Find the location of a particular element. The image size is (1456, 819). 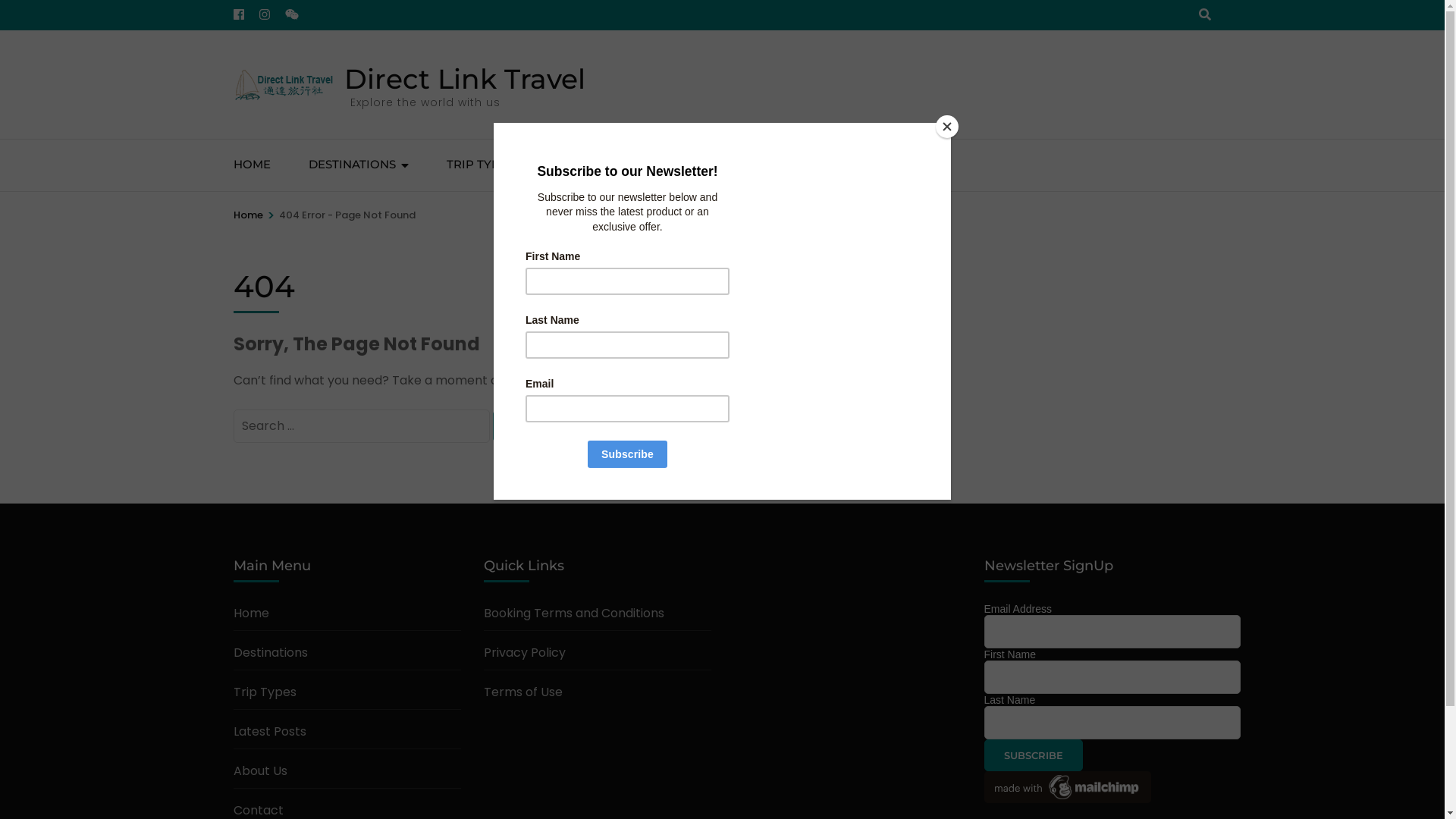

'CONTACT' is located at coordinates (836, 165).